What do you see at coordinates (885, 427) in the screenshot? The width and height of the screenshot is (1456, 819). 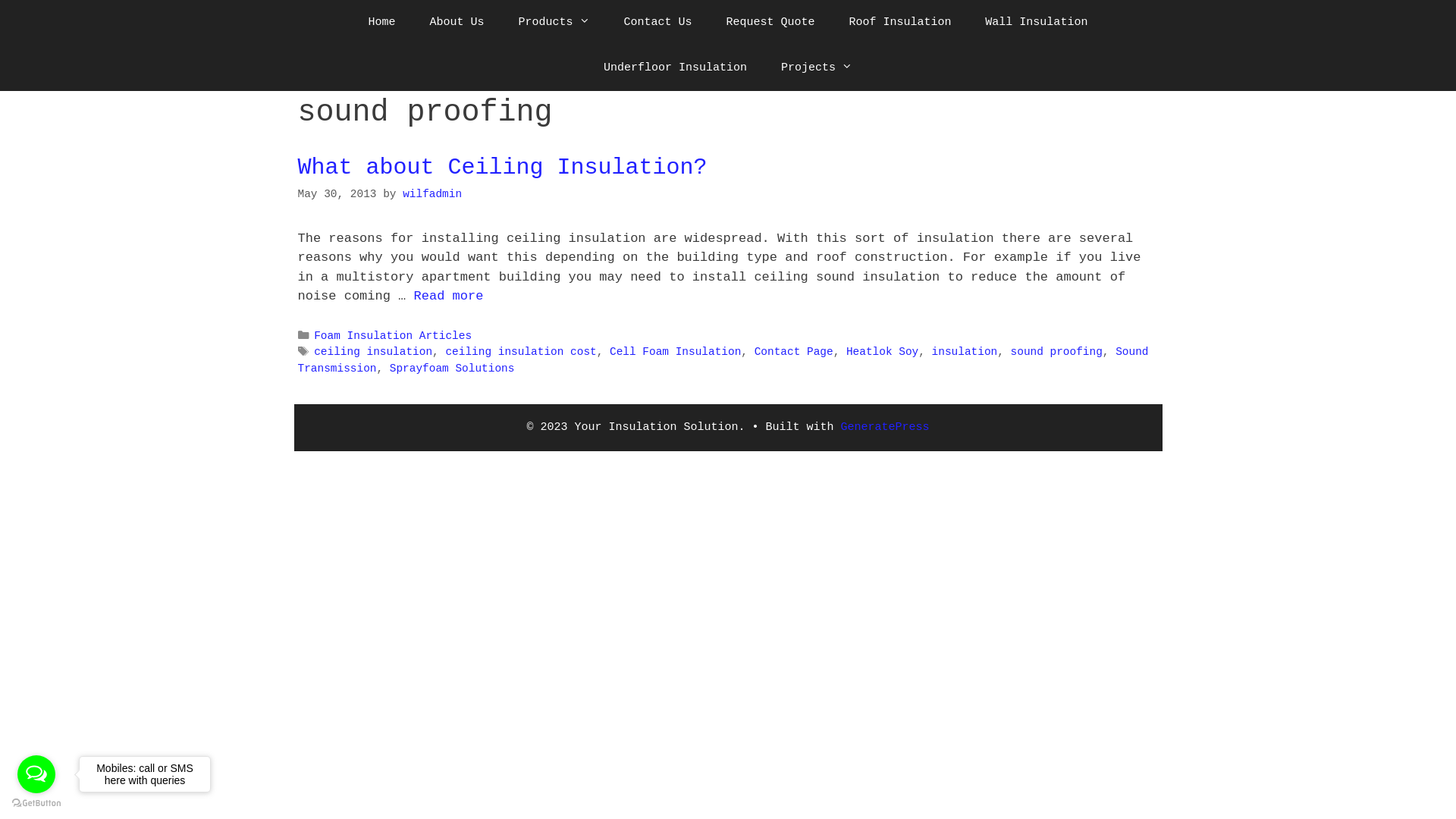 I see `'GeneratePress'` at bounding box center [885, 427].